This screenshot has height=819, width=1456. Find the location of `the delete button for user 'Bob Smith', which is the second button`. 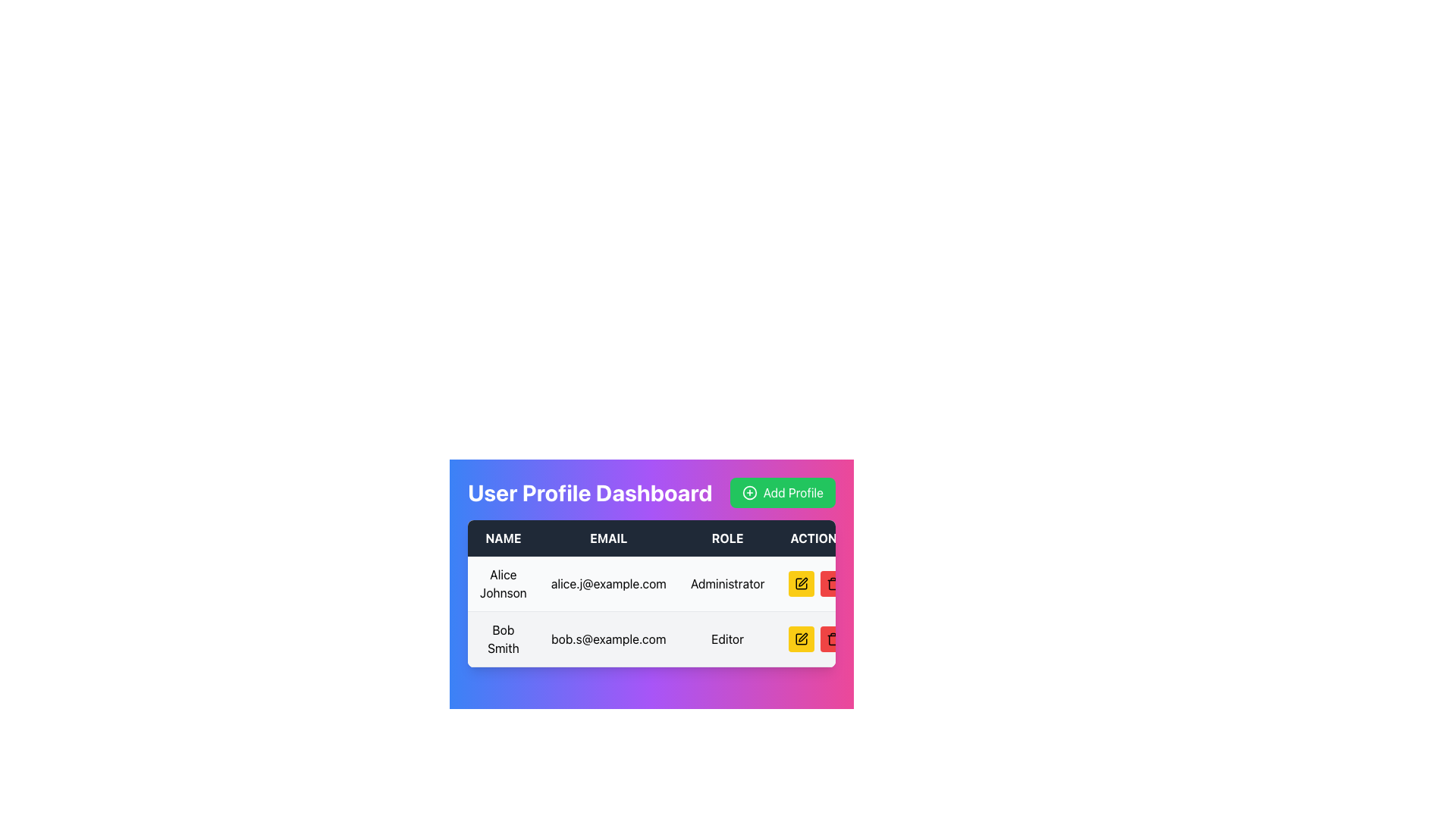

the delete button for user 'Bob Smith', which is the second button is located at coordinates (833, 639).